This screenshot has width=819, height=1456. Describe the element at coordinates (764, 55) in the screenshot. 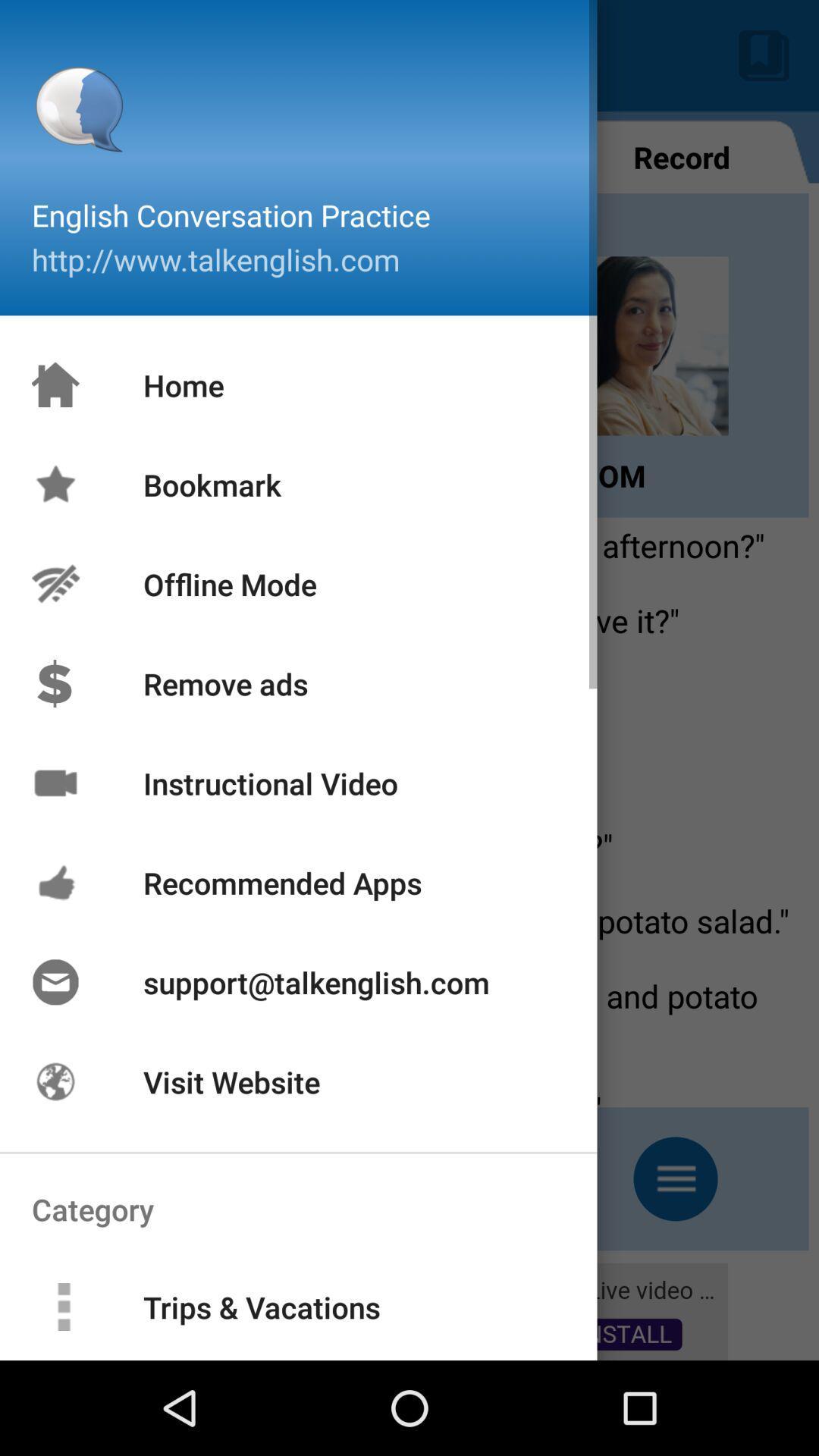

I see `the button which is on the top right corner of the page` at that location.